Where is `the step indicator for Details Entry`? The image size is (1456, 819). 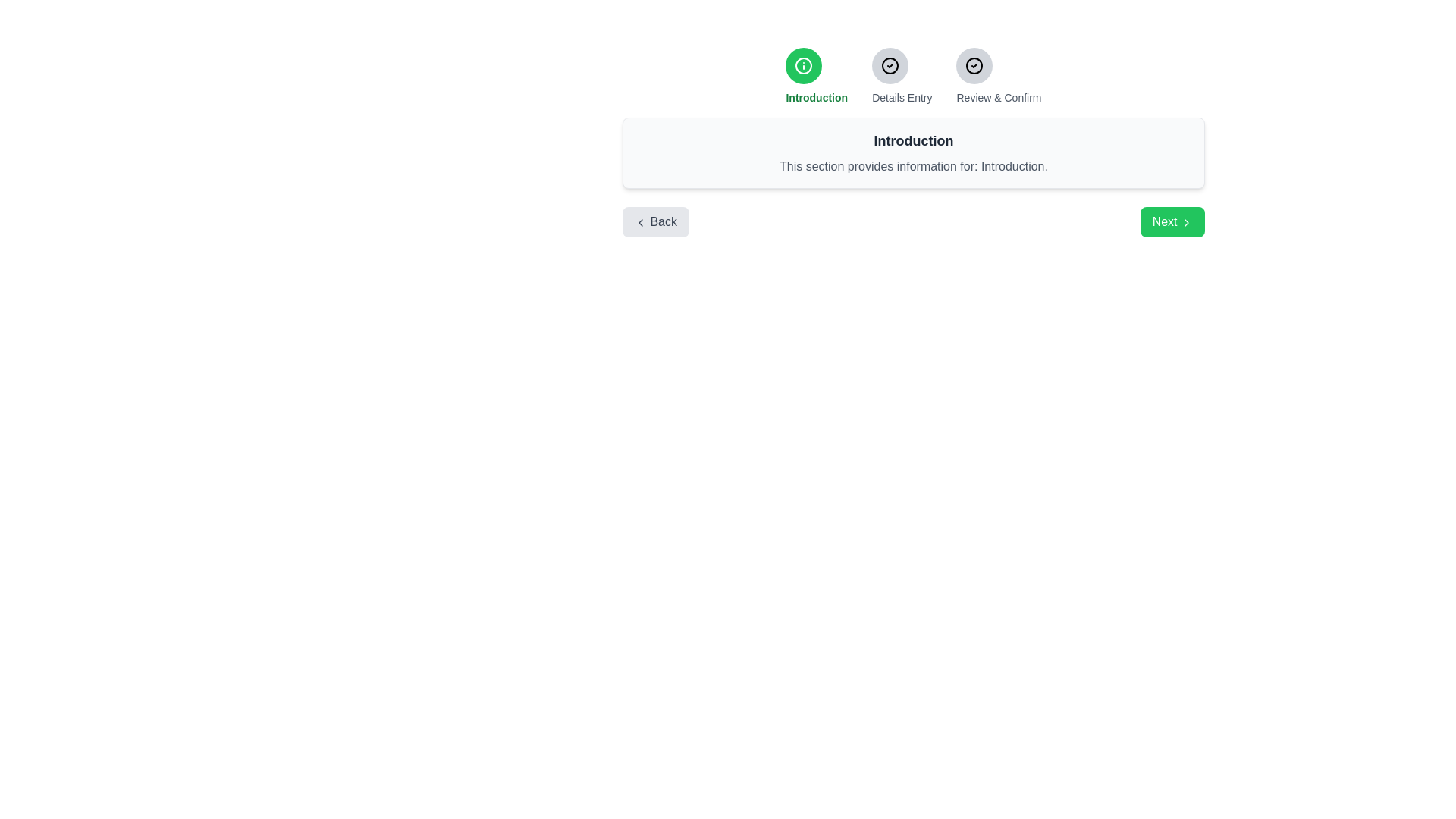
the step indicator for Details Entry is located at coordinates (890, 65).